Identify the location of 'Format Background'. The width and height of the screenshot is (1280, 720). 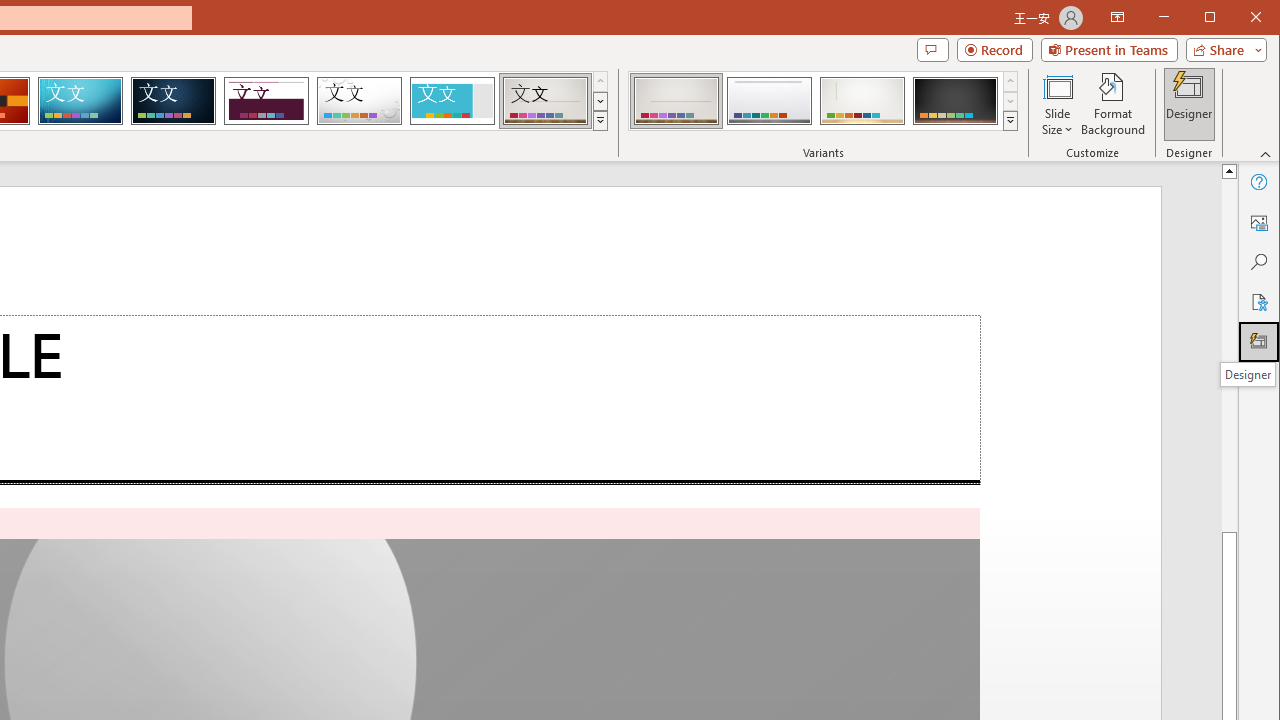
(1112, 104).